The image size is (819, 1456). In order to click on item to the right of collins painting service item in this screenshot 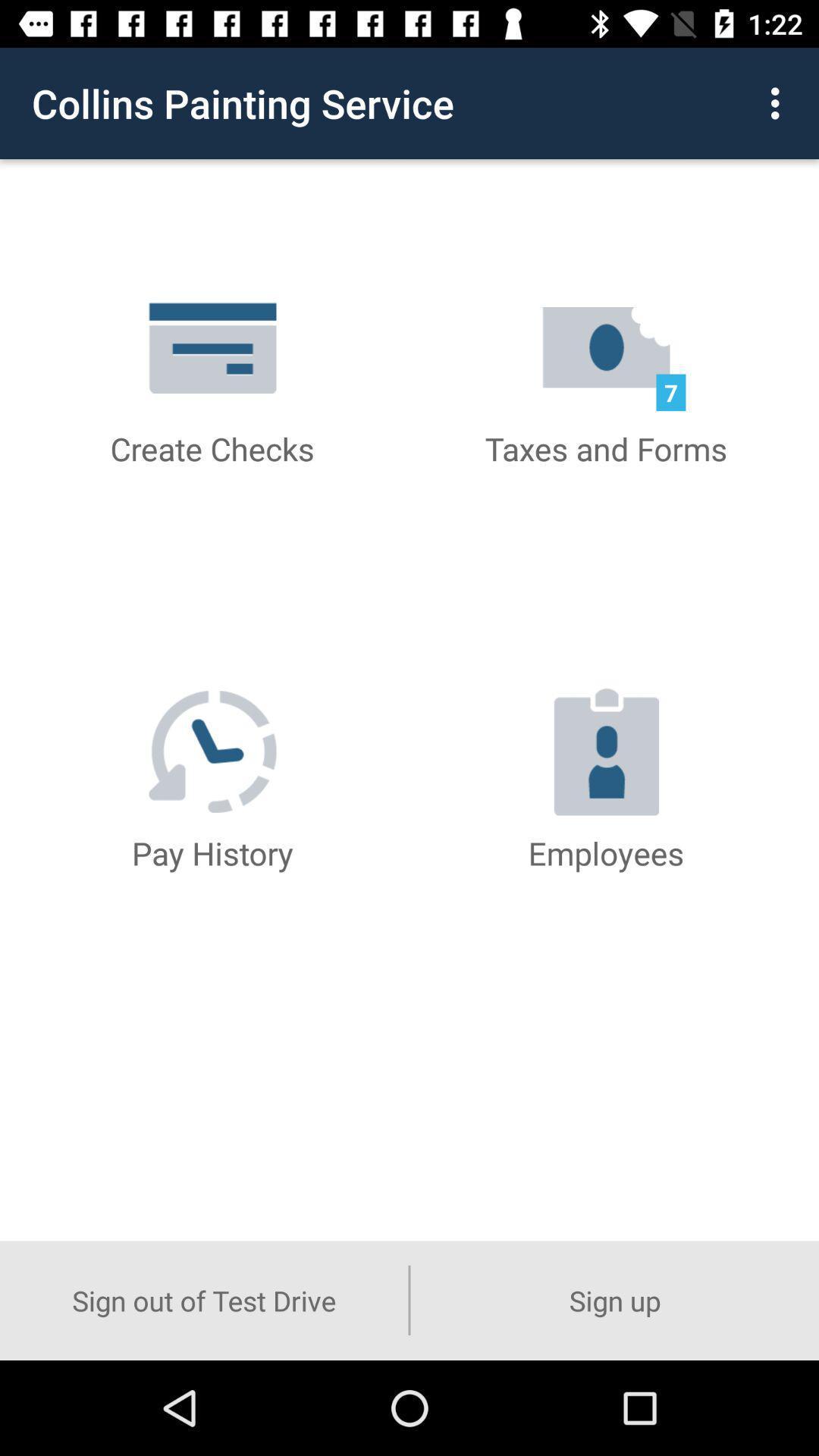, I will do `click(779, 102)`.